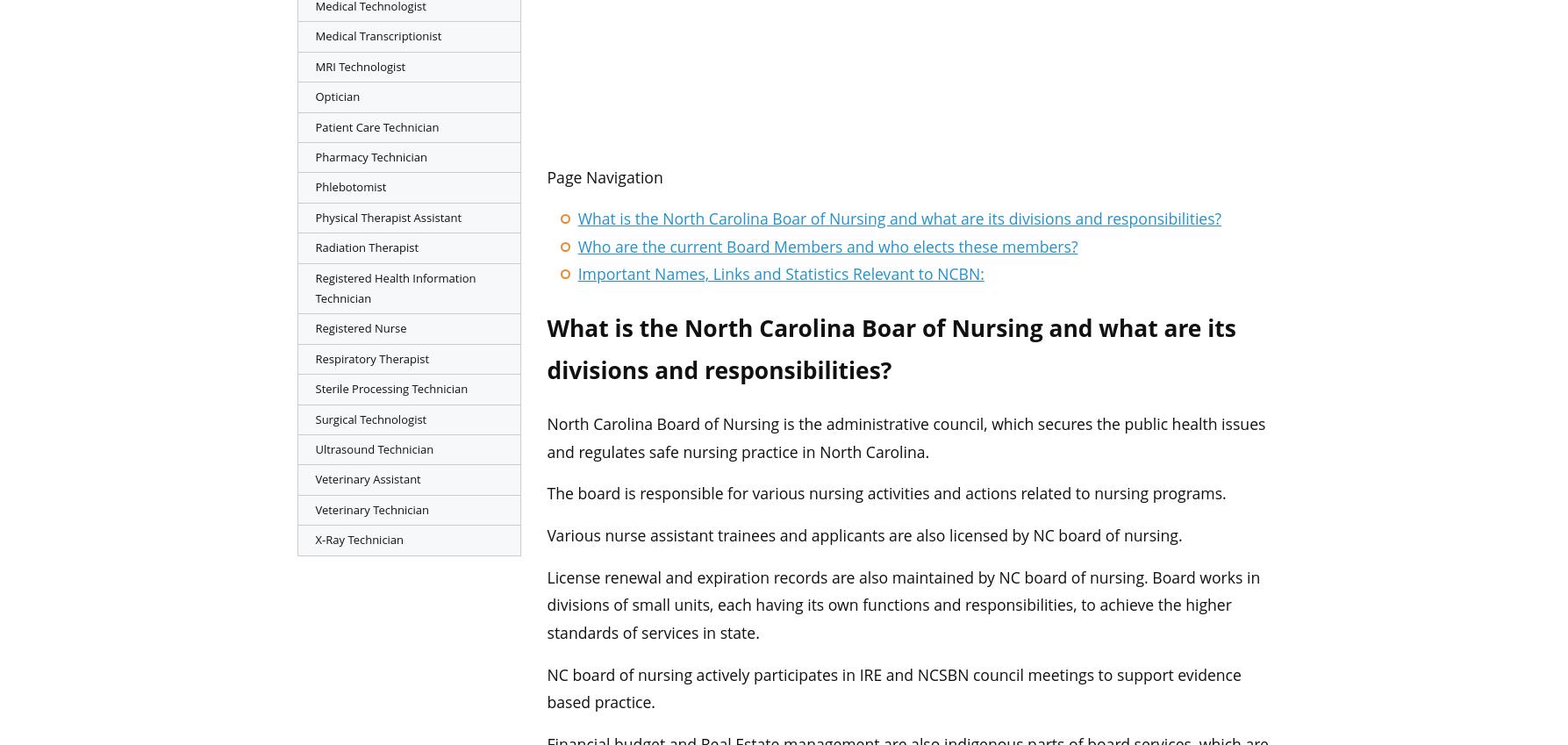  What do you see at coordinates (315, 96) in the screenshot?
I see `'Optician'` at bounding box center [315, 96].